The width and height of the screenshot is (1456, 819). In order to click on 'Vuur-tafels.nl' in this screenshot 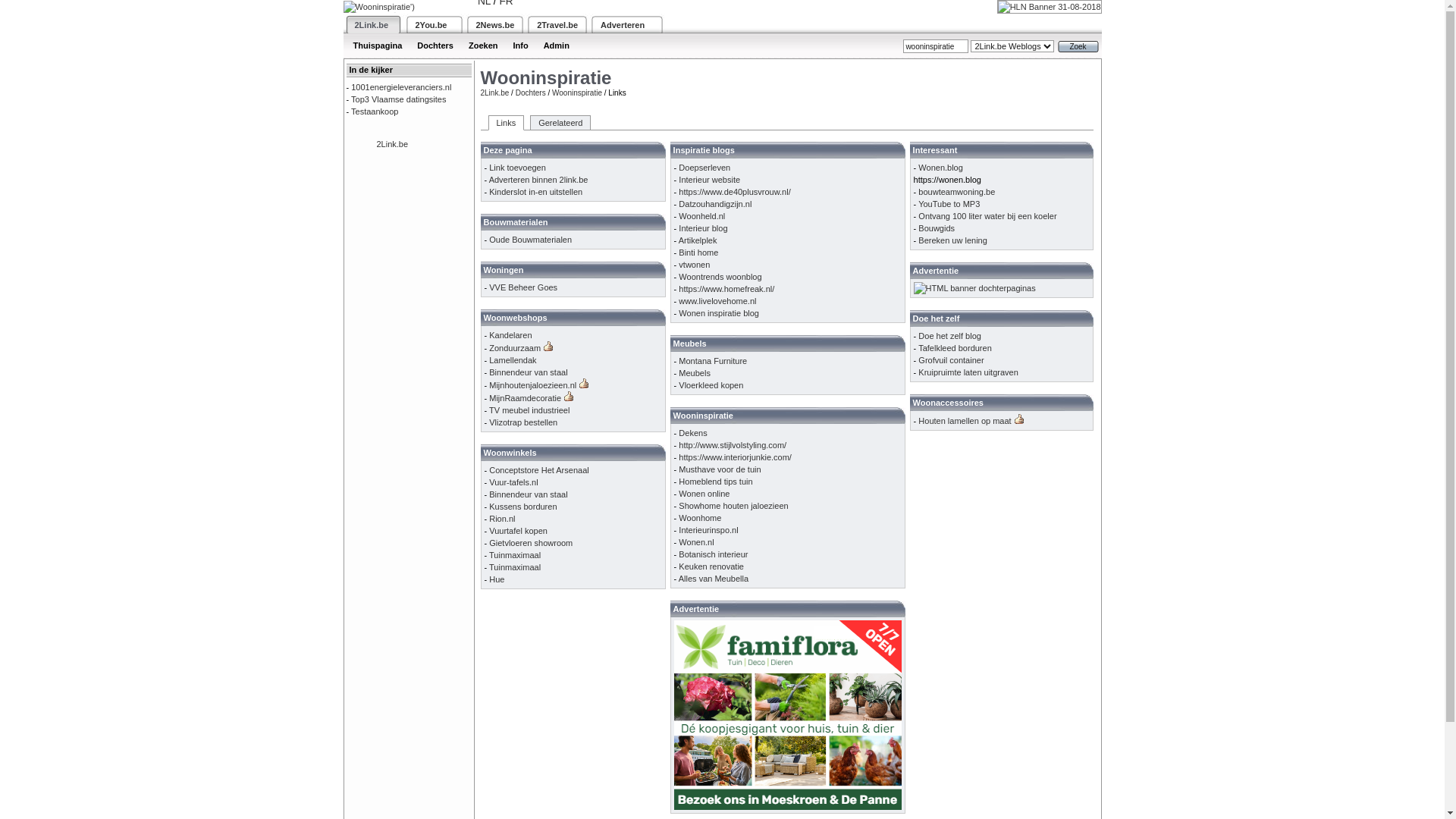, I will do `click(513, 482)`.